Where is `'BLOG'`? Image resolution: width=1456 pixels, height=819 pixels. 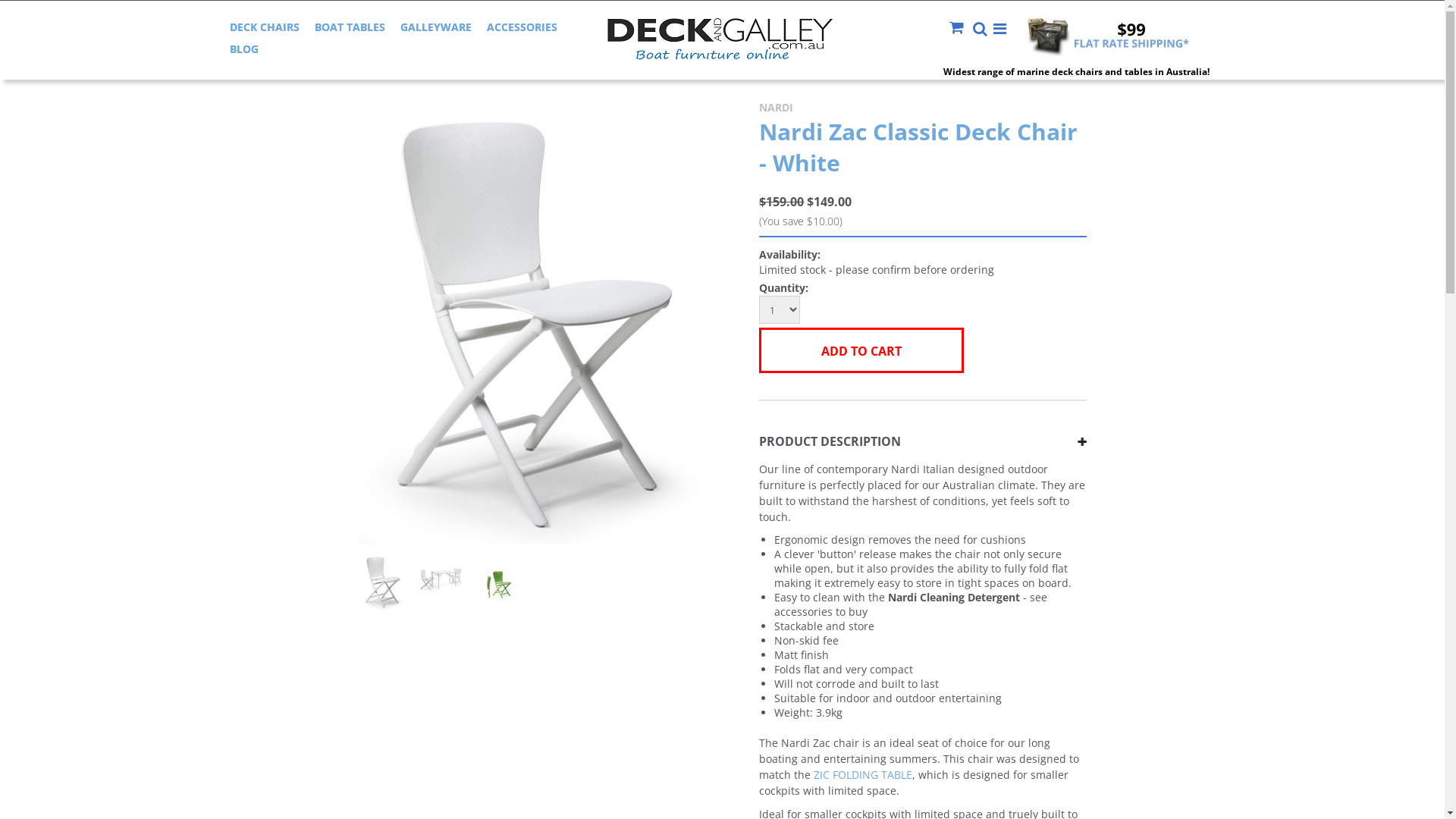 'BLOG' is located at coordinates (228, 48).